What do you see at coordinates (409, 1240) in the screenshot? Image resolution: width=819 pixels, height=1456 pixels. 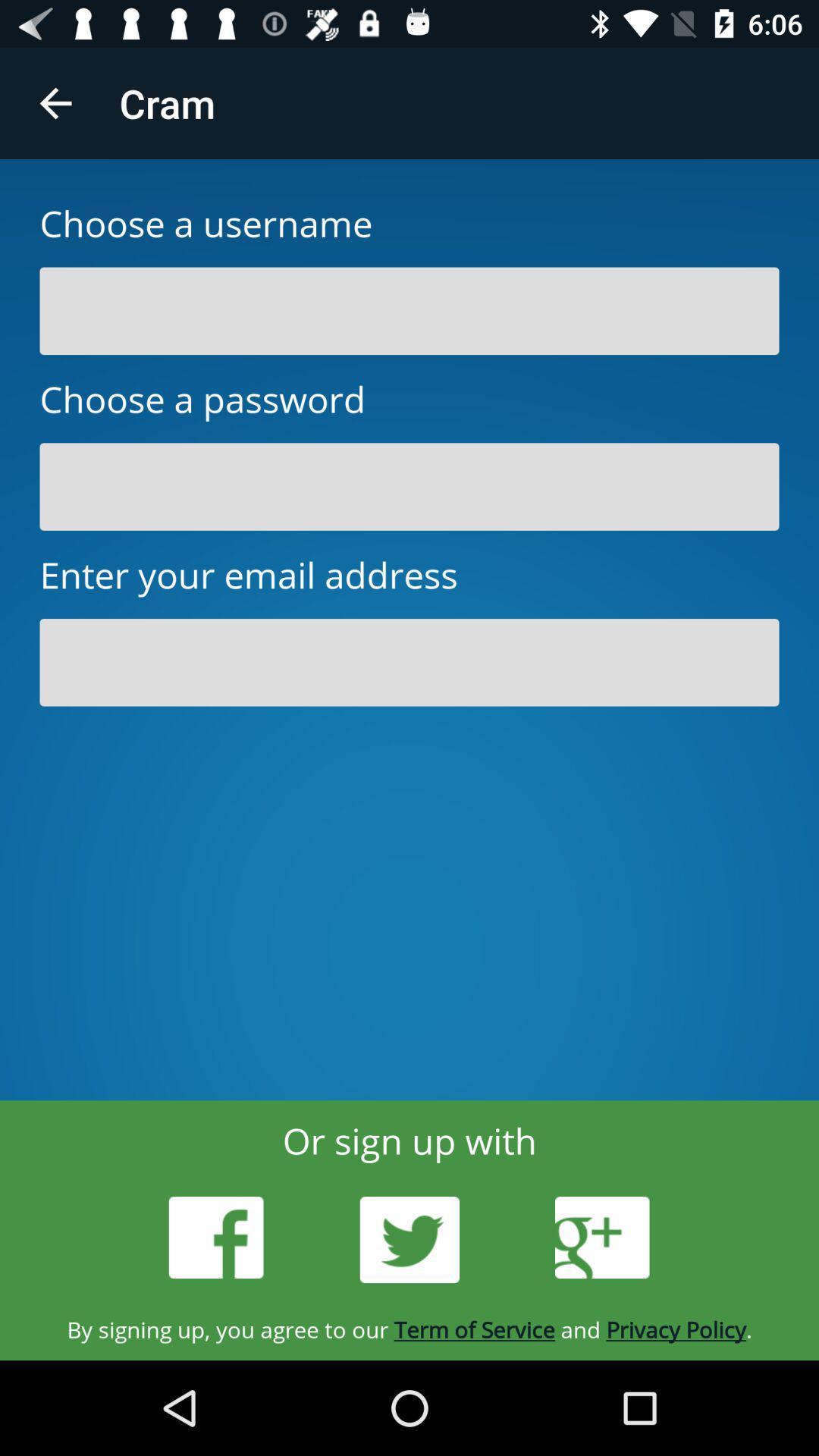 I see `the twitter icon` at bounding box center [409, 1240].